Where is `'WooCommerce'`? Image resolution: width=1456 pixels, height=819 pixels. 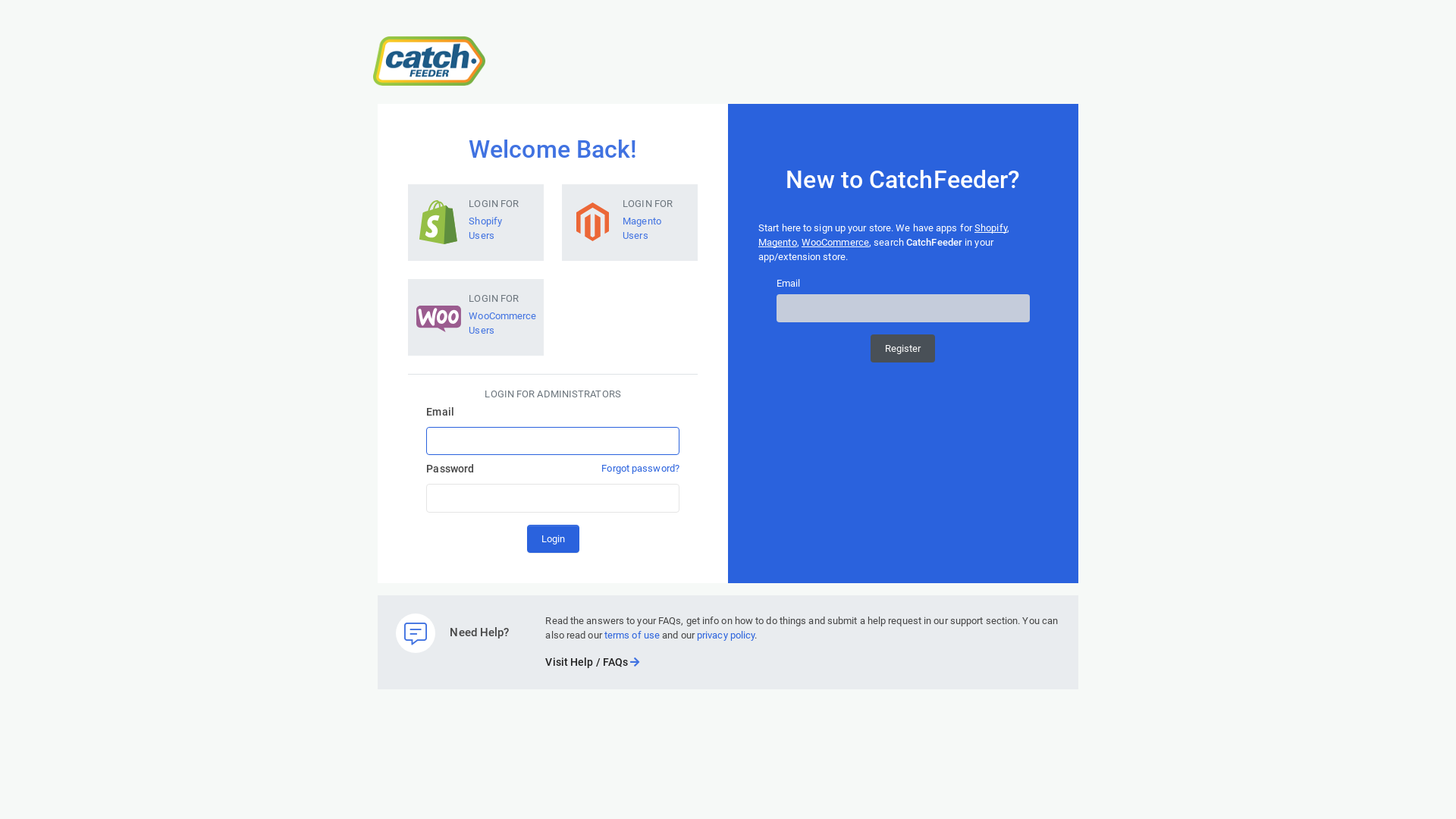
'WooCommerce' is located at coordinates (834, 241).